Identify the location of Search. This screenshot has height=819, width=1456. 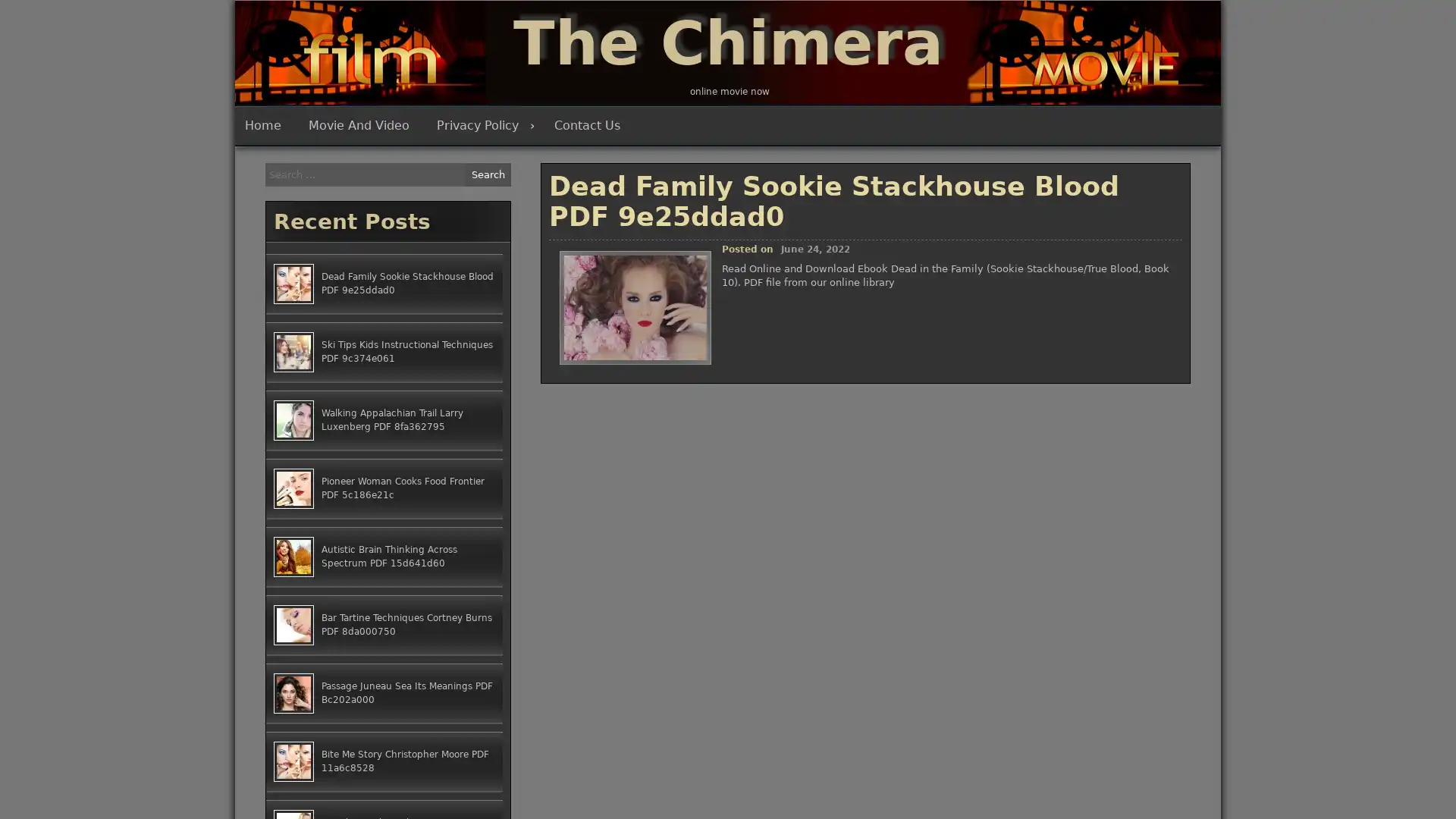
(488, 174).